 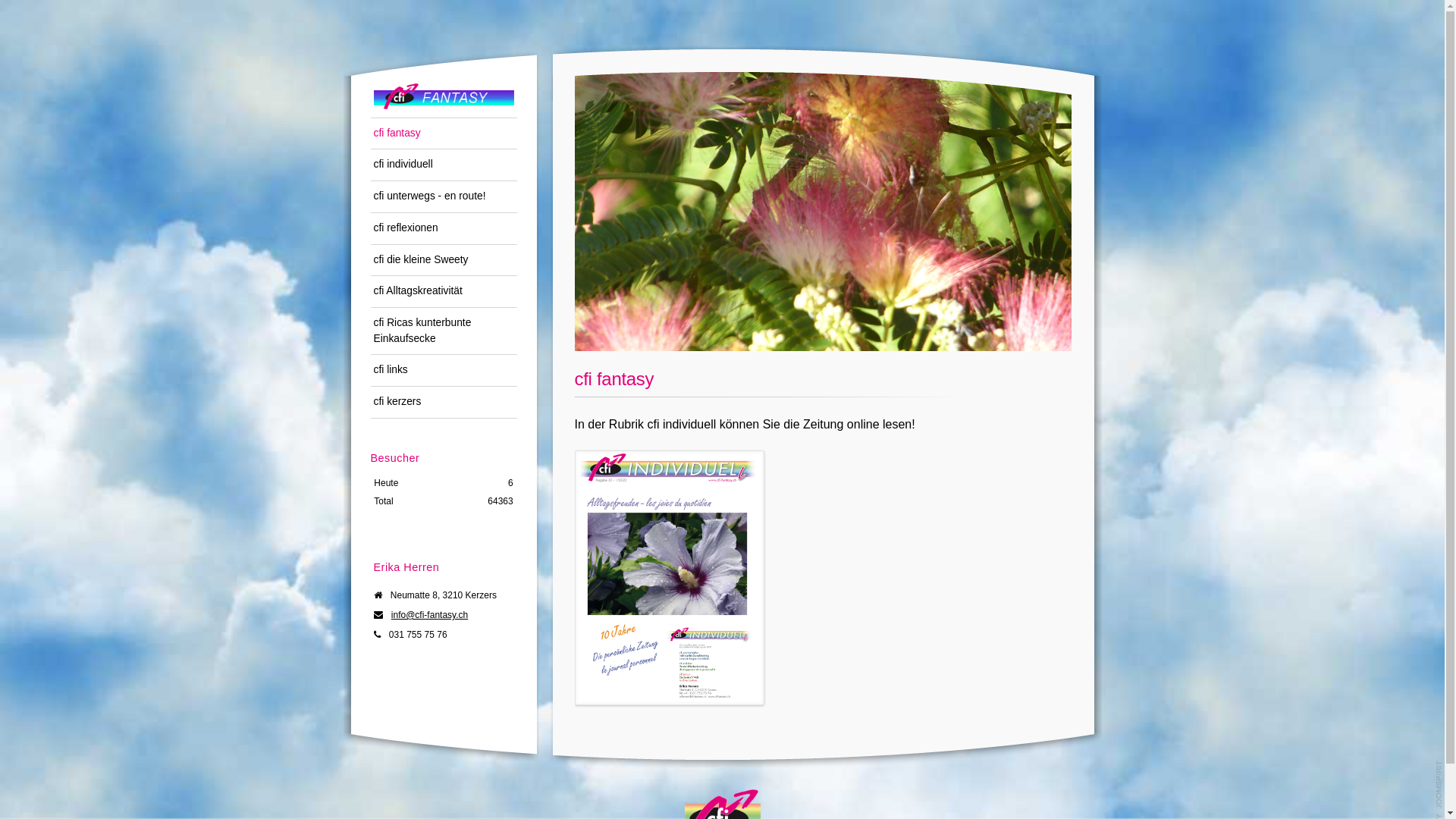 I want to click on 'cfi fantasy', so click(x=370, y=133).